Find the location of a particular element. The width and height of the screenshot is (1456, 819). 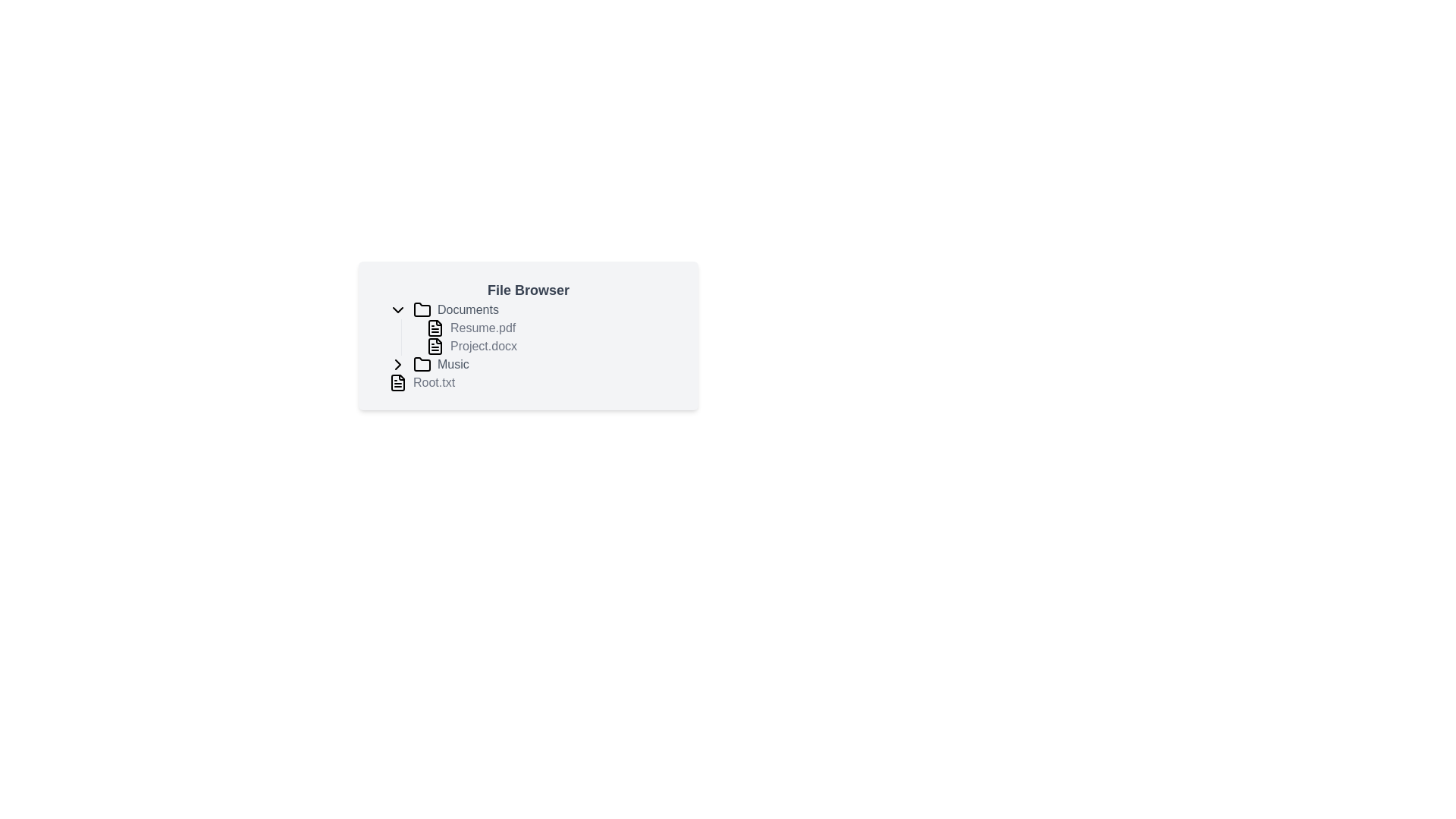

the folder icon representing the 'Music' folder in the file browser interface, which is styled with a minimalist monochrome design is located at coordinates (422, 364).